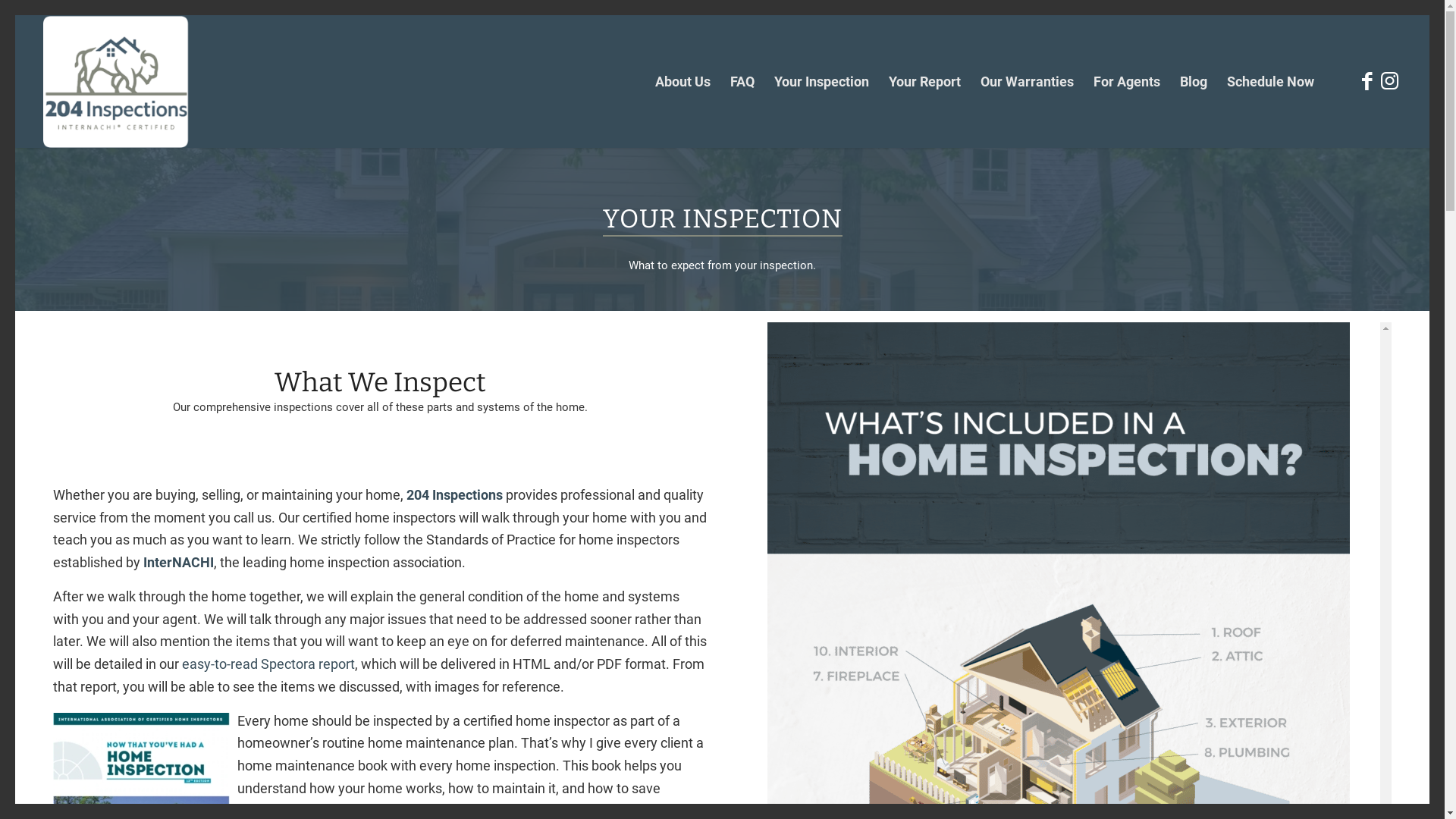 This screenshot has height=819, width=1456. Describe the element at coordinates (924, 81) in the screenshot. I see `'Your Report'` at that location.